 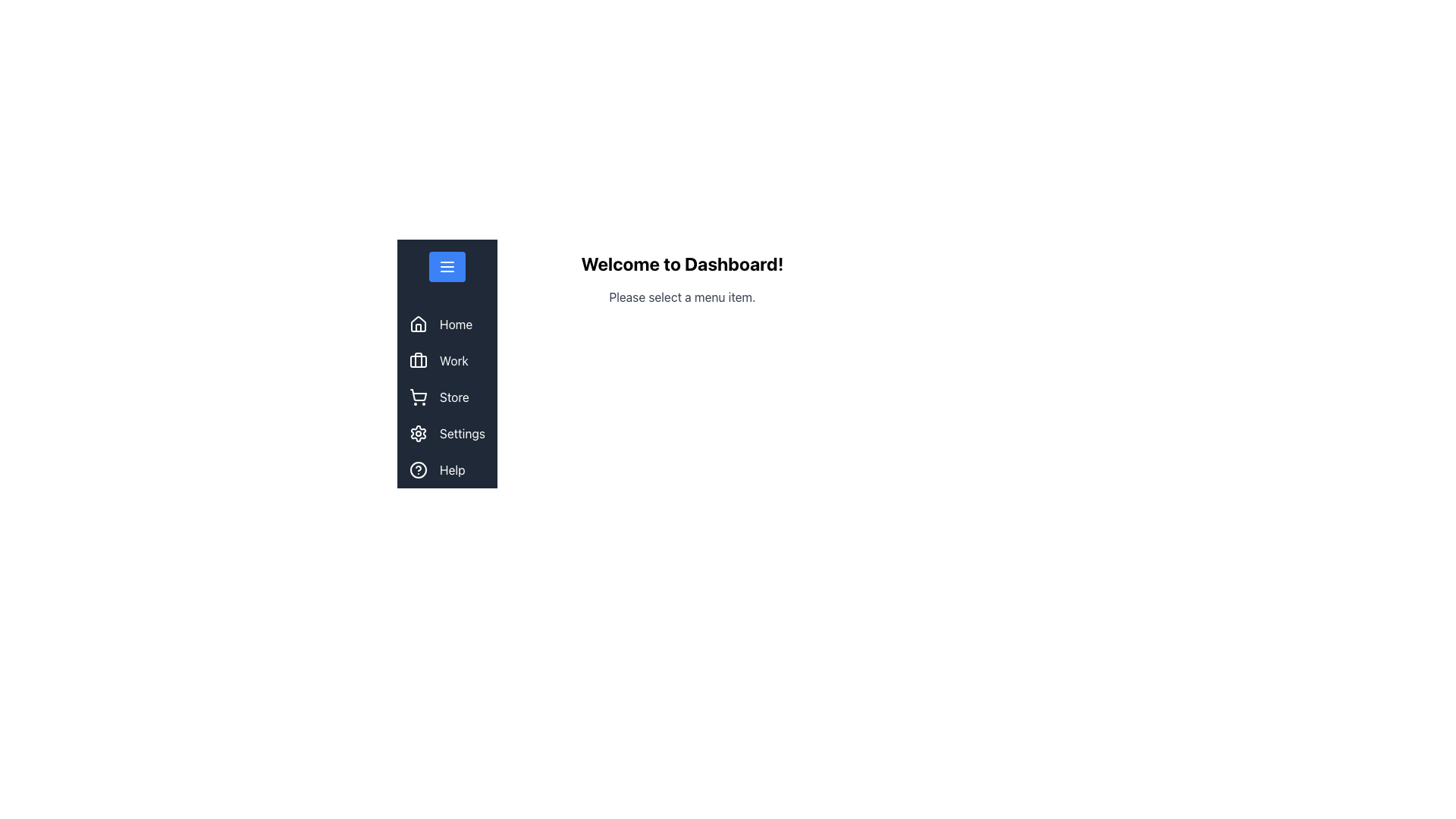 What do you see at coordinates (453, 397) in the screenshot?
I see `the 'Store' static text label in the vertical sidebar menu, which is located beneath the 'Work' label and above the 'Settings' label` at bounding box center [453, 397].